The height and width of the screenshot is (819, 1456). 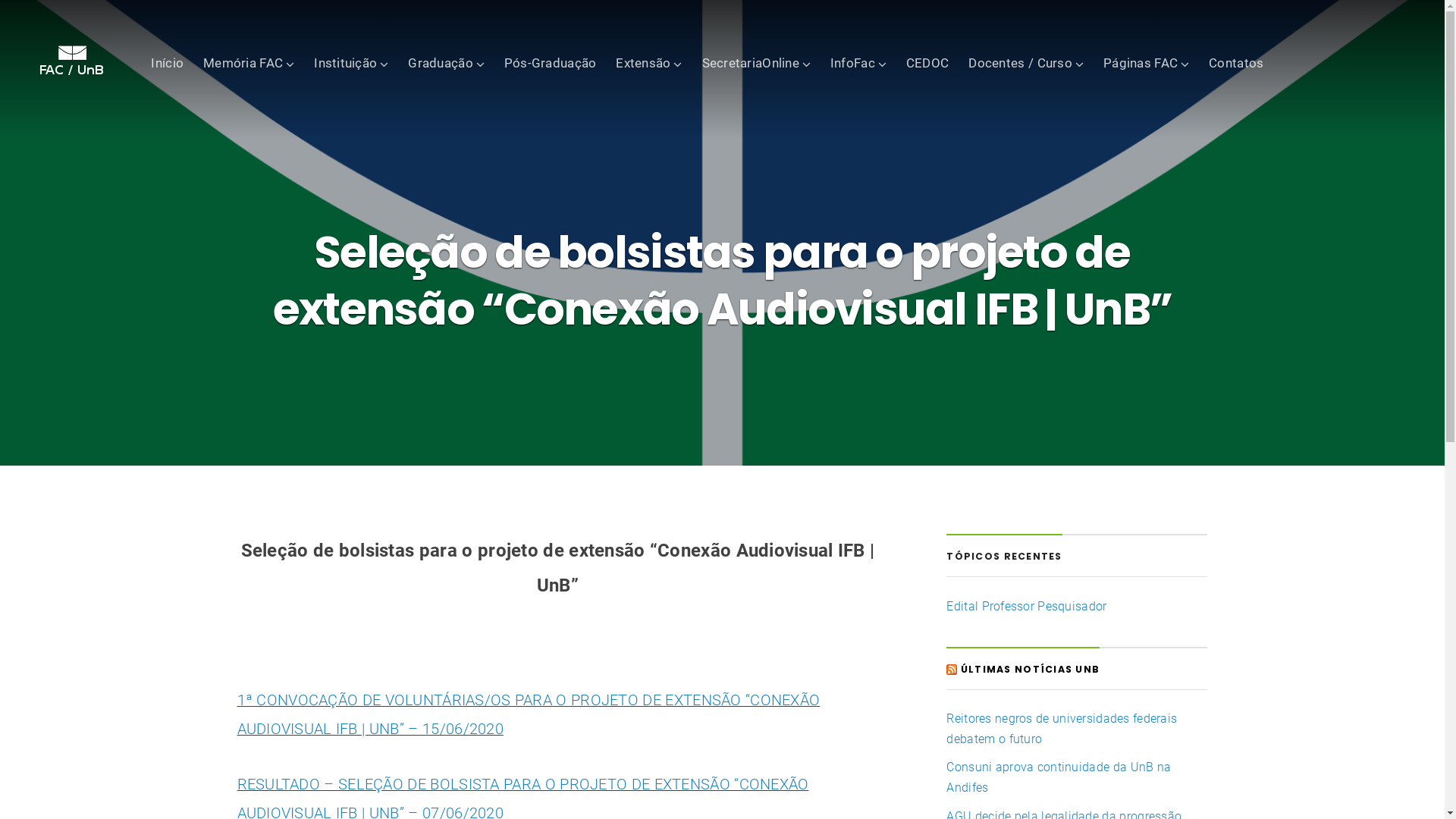 What do you see at coordinates (927, 61) in the screenshot?
I see `'CEDOC'` at bounding box center [927, 61].